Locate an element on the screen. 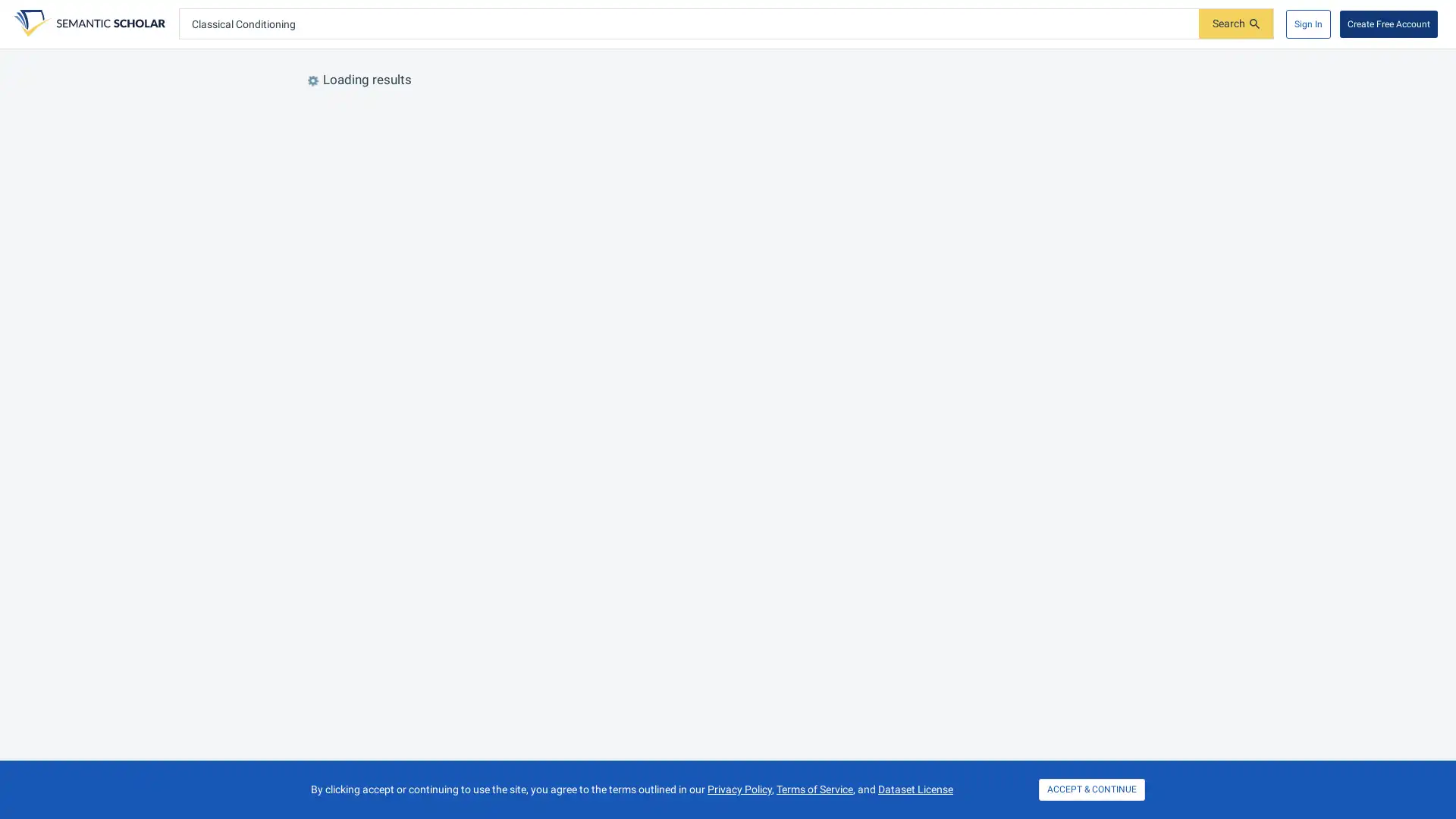 The image size is (1456, 819). Author is located at coordinates (706, 119).